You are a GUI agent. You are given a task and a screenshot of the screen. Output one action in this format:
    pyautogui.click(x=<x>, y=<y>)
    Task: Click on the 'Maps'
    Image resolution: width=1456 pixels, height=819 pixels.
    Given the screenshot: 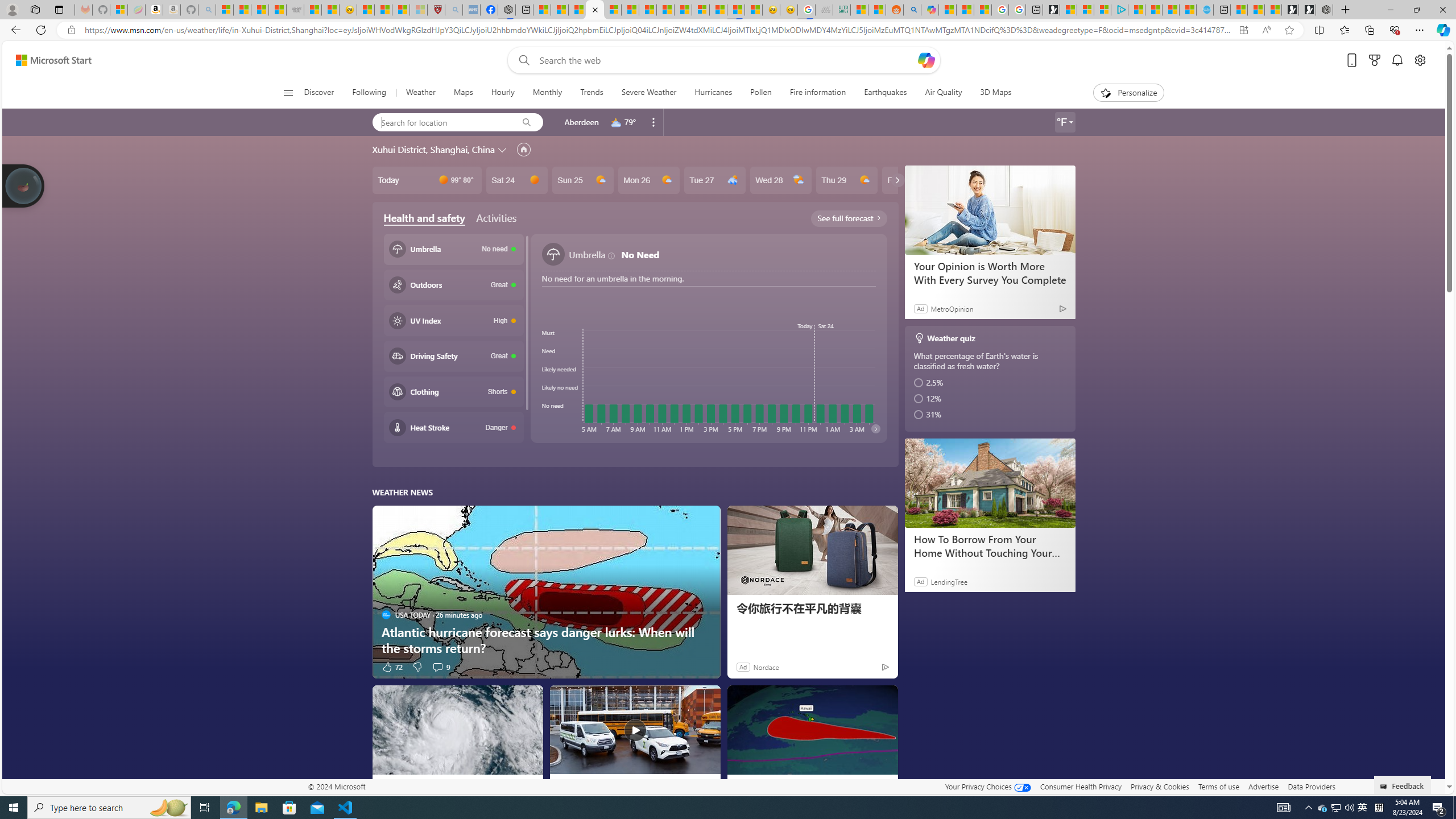 What is the action you would take?
    pyautogui.click(x=463, y=92)
    